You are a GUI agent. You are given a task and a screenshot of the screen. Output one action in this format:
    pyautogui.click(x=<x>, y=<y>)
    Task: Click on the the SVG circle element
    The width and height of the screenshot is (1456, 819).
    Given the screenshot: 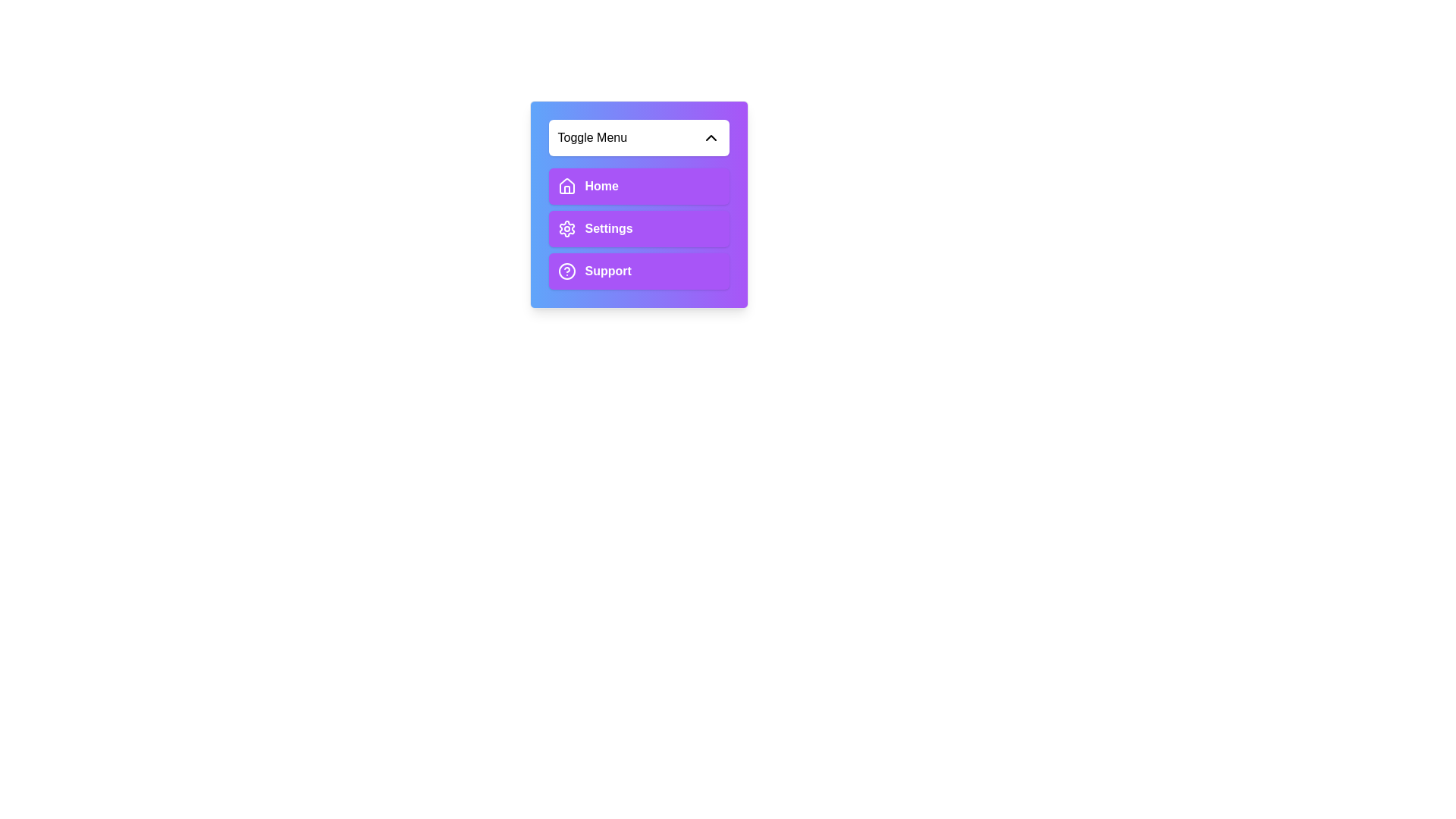 What is the action you would take?
    pyautogui.click(x=566, y=271)
    